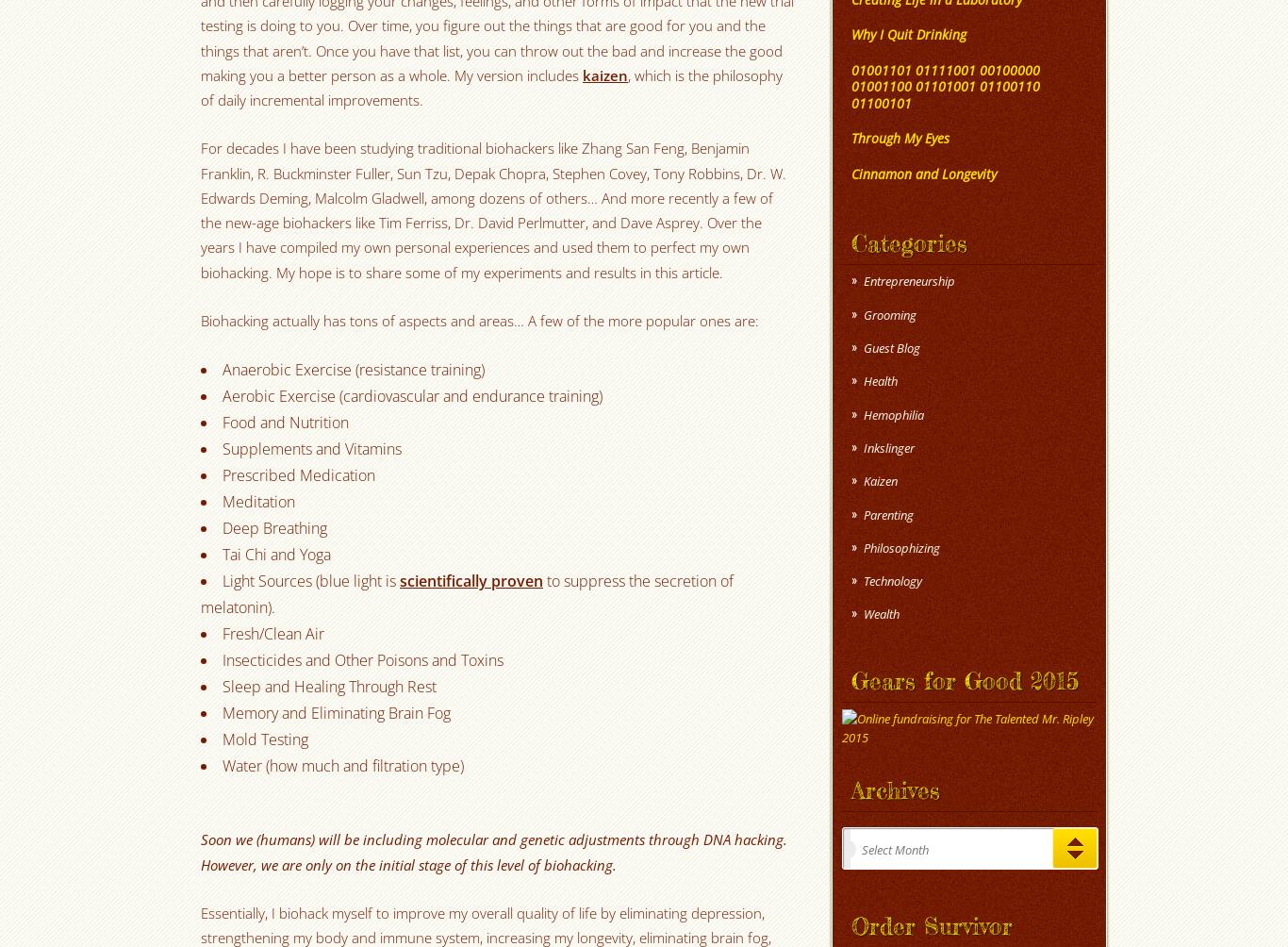 This screenshot has width=1288, height=947. Describe the element at coordinates (223, 658) in the screenshot. I see `'Insecticides and Other Poisons and Toxins'` at that location.